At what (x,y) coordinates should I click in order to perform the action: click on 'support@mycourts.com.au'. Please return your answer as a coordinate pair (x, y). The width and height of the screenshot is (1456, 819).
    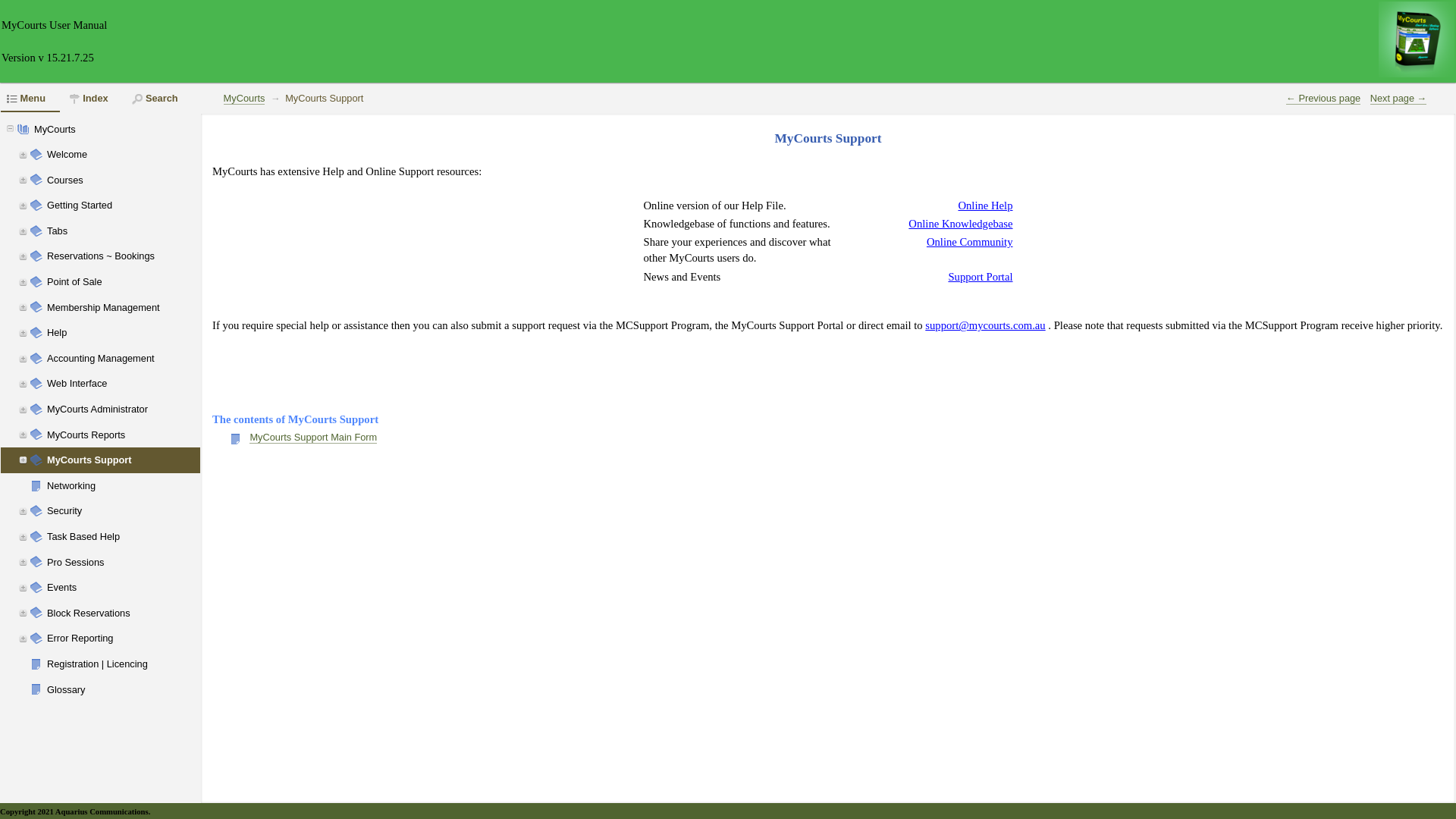
    Looking at the image, I should click on (924, 325).